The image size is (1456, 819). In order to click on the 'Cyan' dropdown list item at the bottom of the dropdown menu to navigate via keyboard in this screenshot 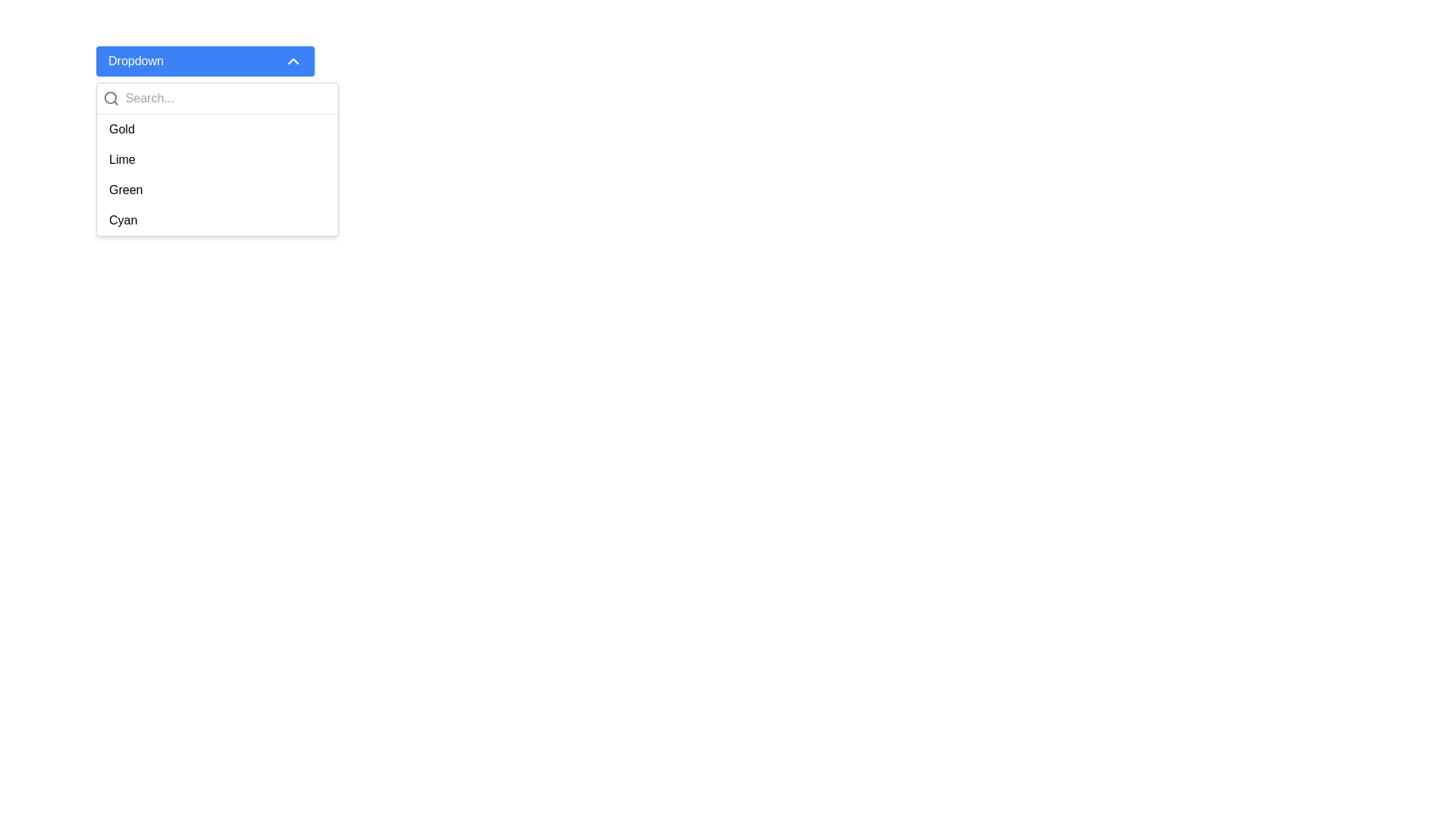, I will do `click(217, 220)`.